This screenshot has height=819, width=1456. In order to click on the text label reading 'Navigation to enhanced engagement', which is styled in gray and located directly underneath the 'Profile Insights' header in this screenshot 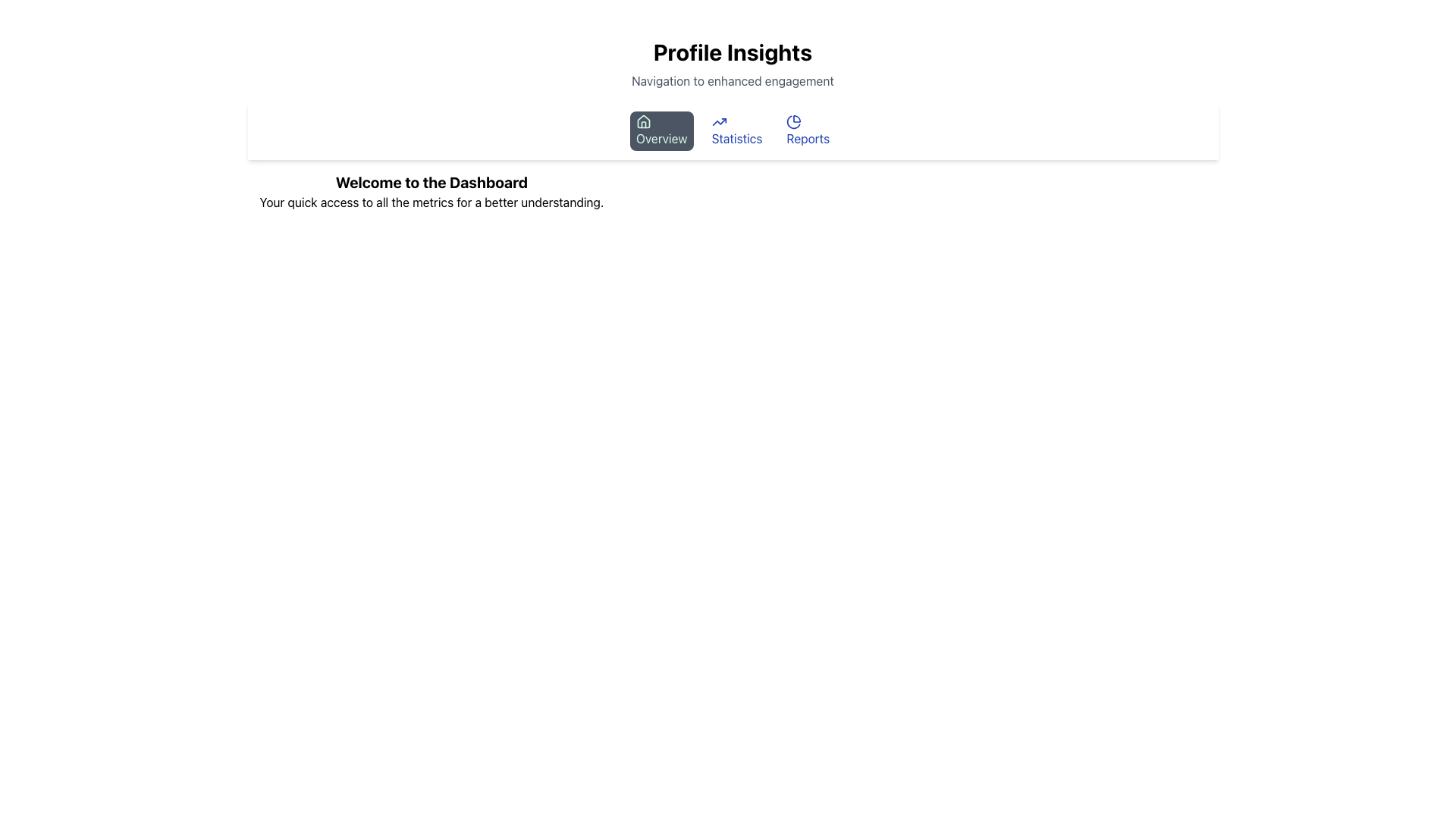, I will do `click(733, 81)`.